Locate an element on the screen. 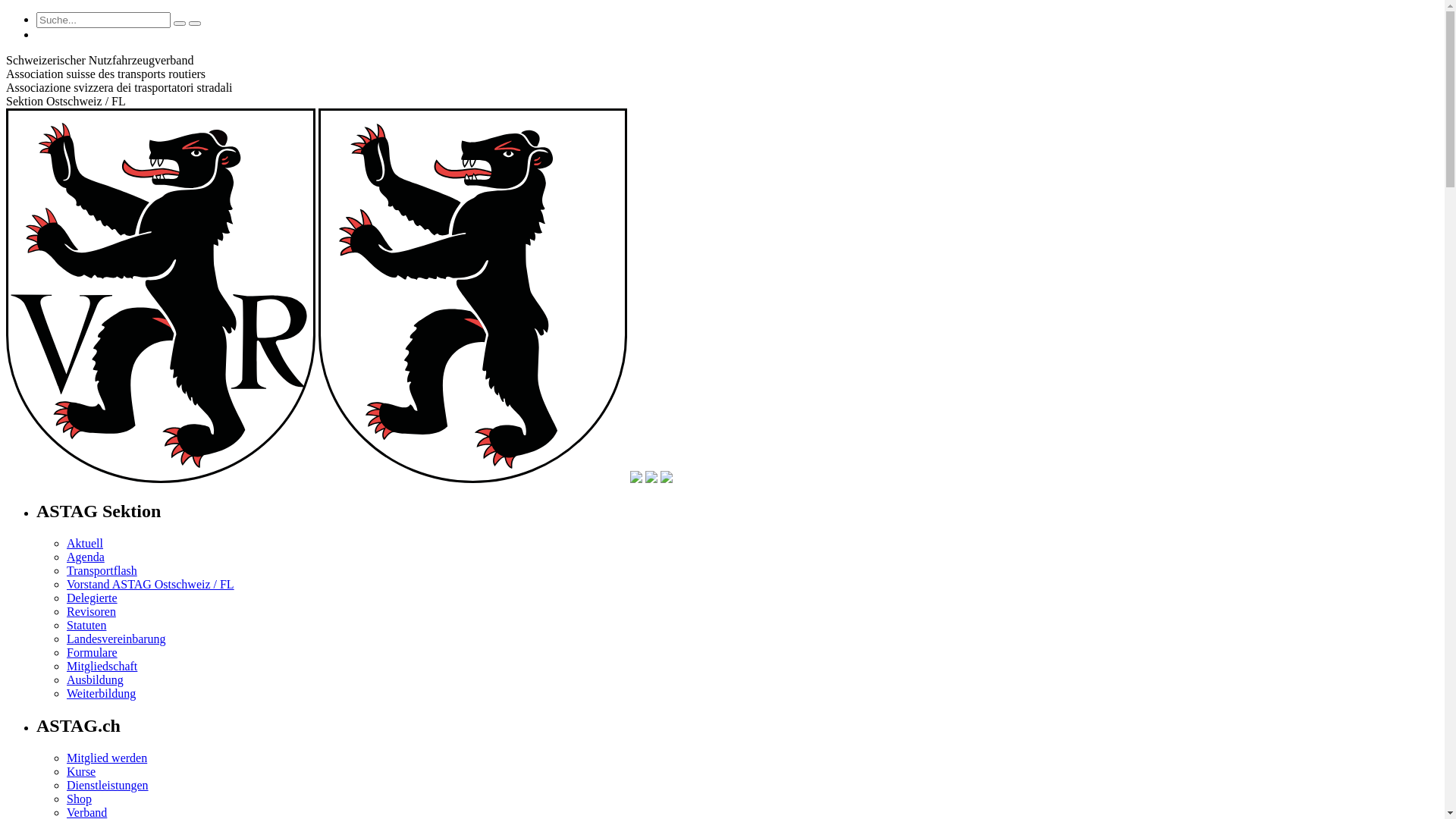 The width and height of the screenshot is (1456, 819). 'Shop' is located at coordinates (78, 798).